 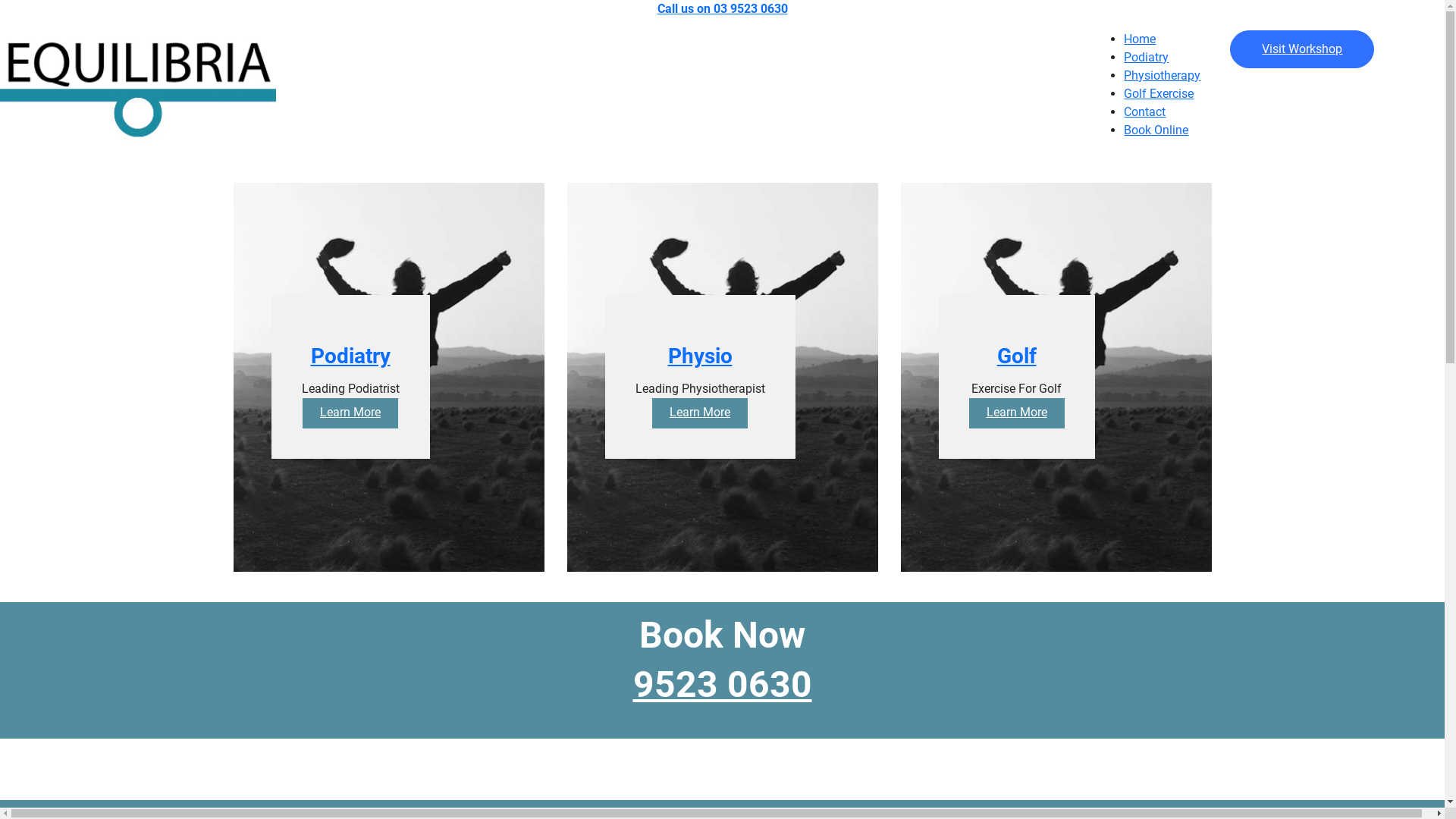 I want to click on 'Golf', so click(x=1015, y=369).